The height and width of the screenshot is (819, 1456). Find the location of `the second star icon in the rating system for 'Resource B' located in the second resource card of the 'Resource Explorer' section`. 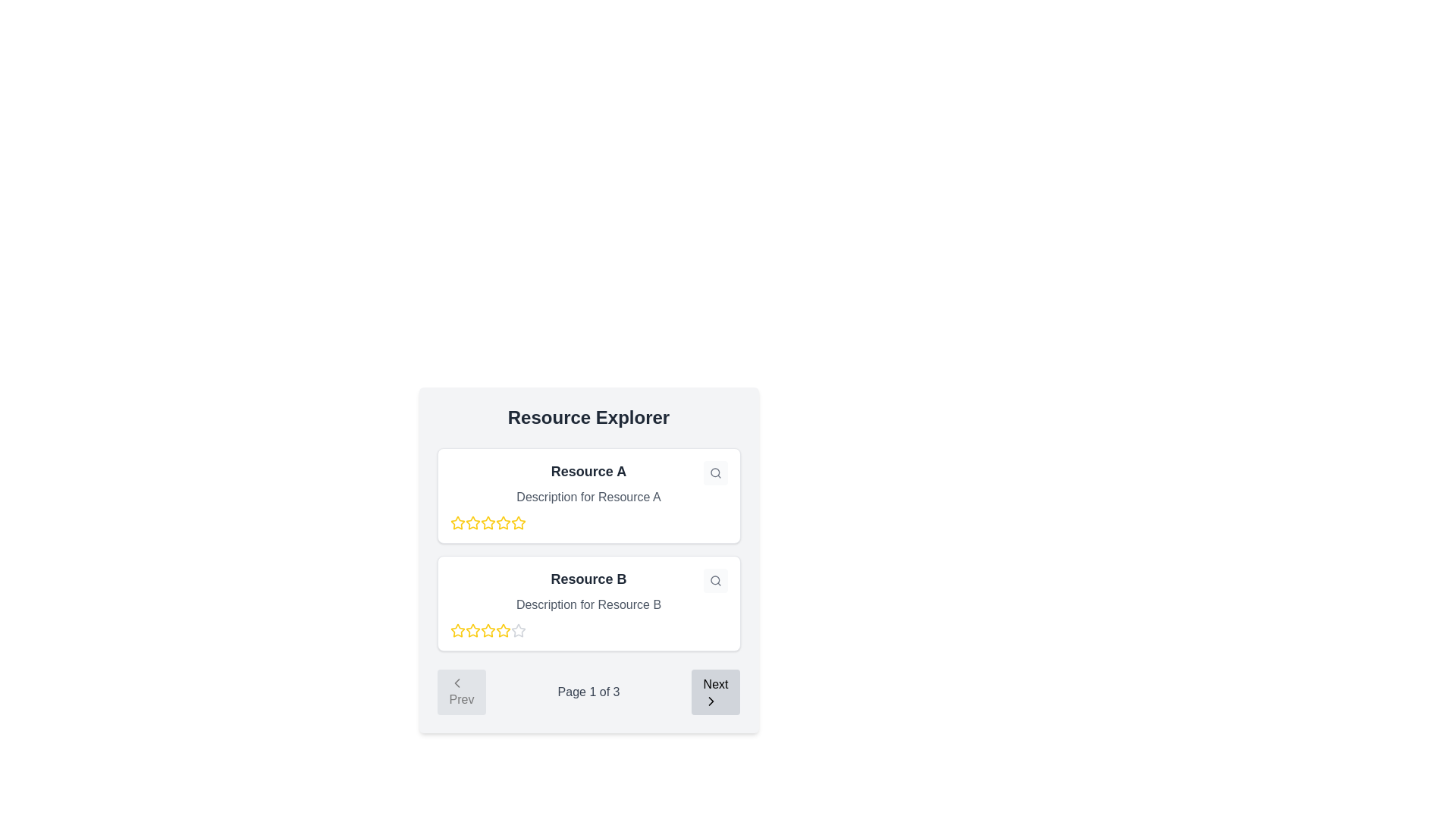

the second star icon in the rating system for 'Resource B' located in the second resource card of the 'Resource Explorer' section is located at coordinates (472, 630).